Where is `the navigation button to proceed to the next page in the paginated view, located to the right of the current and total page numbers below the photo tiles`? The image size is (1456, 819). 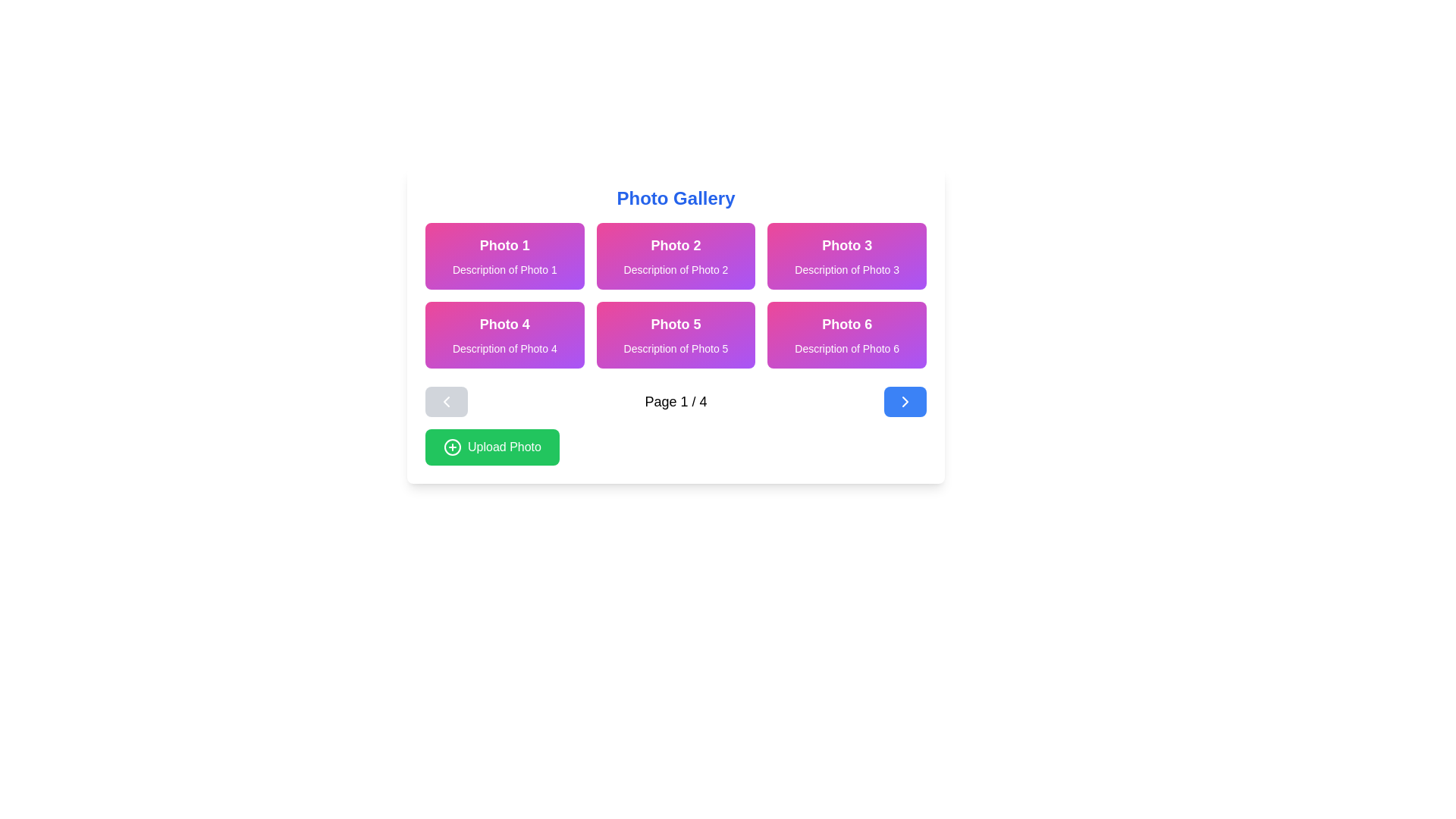
the navigation button to proceed to the next page in the paginated view, located to the right of the current and total page numbers below the photo tiles is located at coordinates (905, 400).